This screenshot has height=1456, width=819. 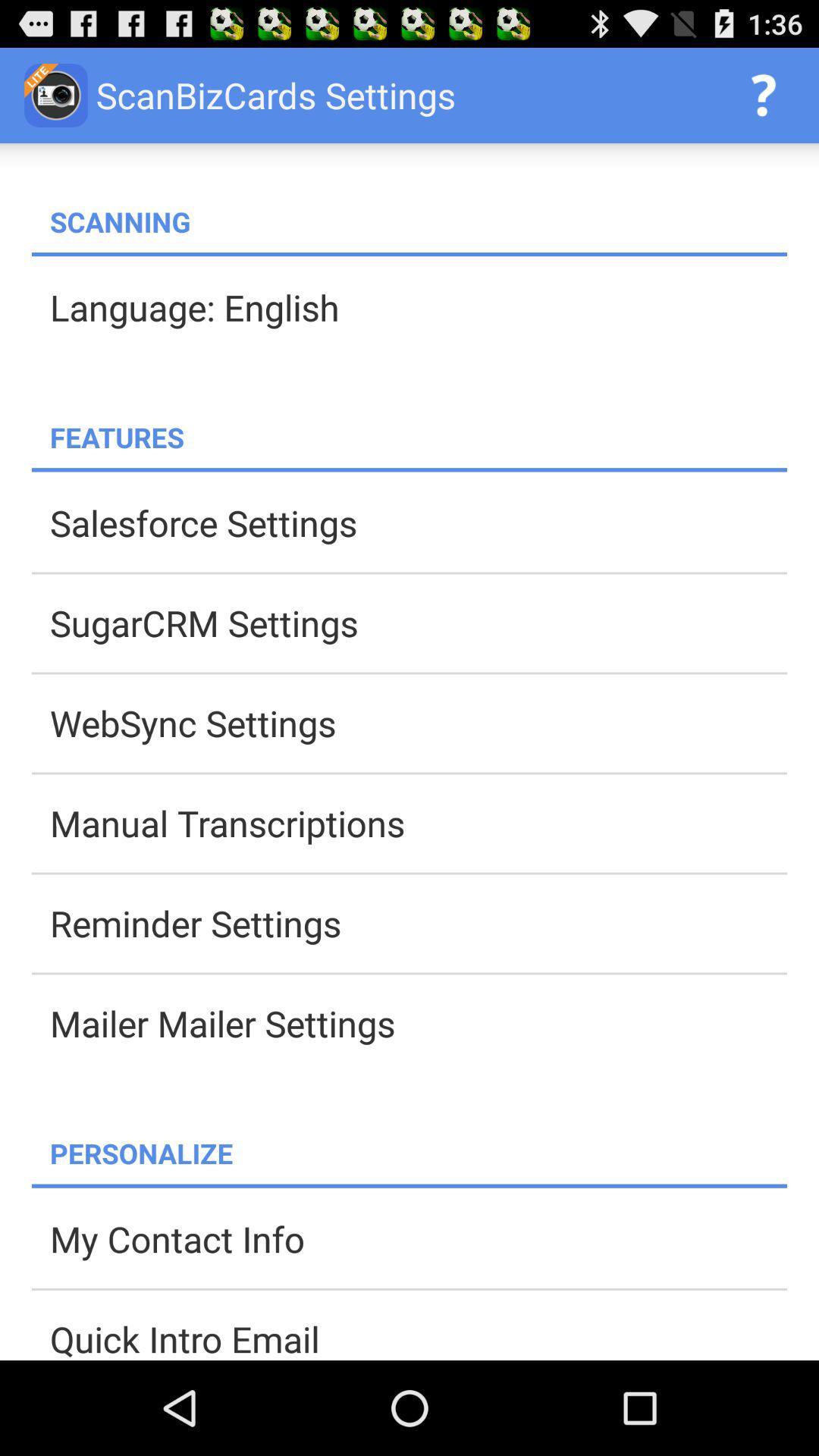 I want to click on the icon above features app, so click(x=418, y=306).